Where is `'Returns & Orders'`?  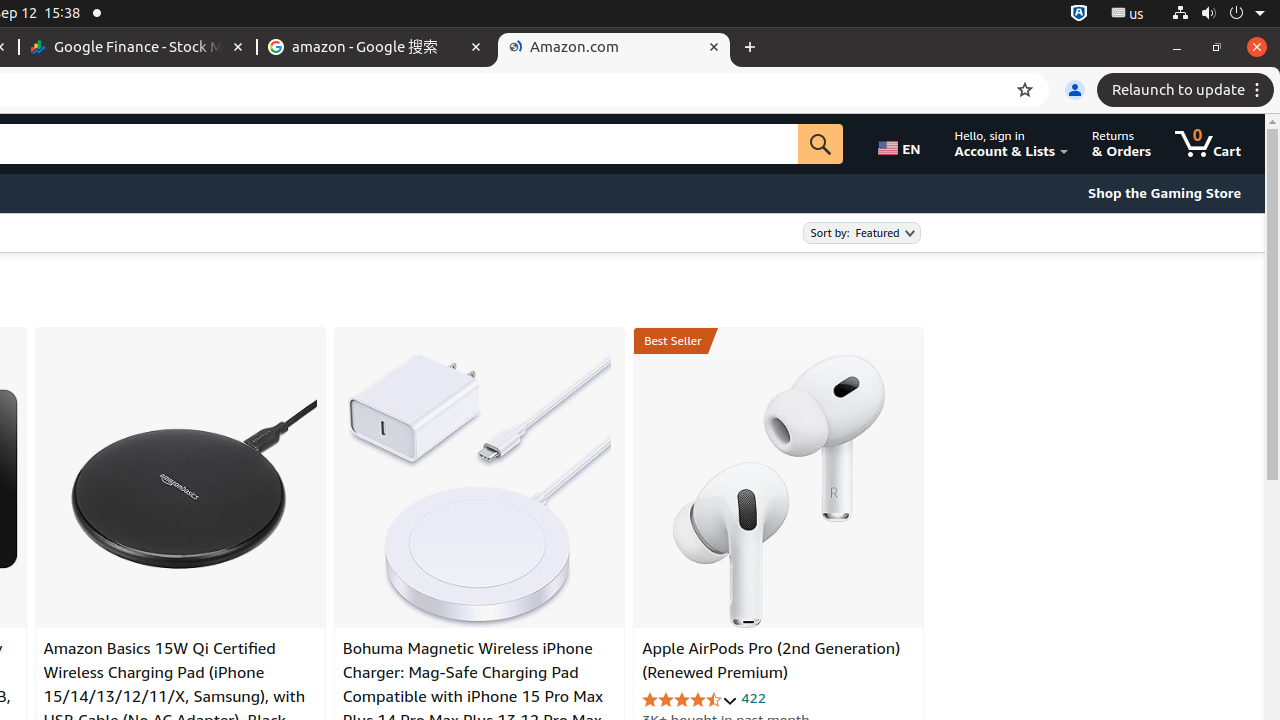 'Returns & Orders' is located at coordinates (1121, 143).